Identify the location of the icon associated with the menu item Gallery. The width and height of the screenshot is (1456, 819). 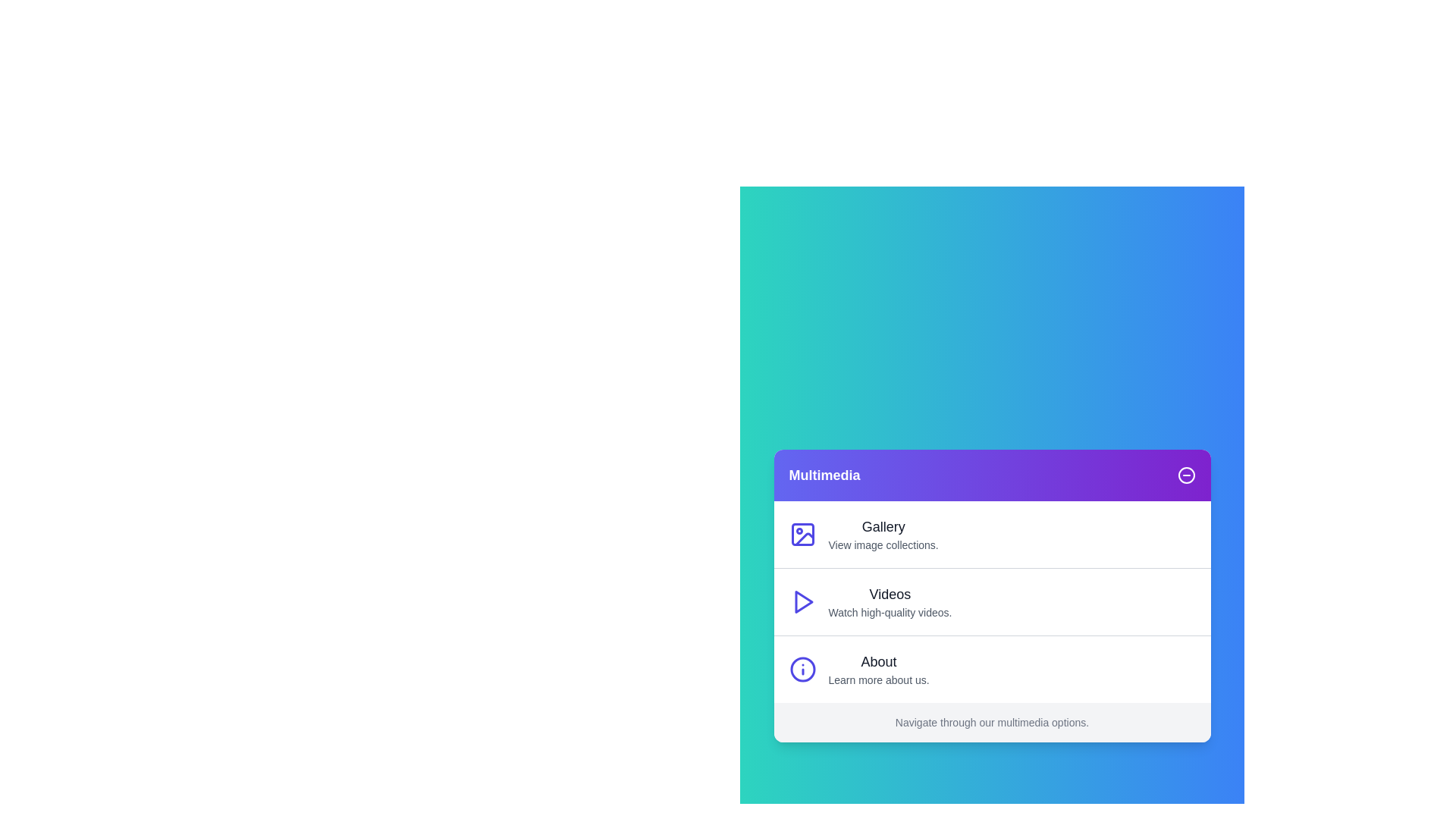
(802, 534).